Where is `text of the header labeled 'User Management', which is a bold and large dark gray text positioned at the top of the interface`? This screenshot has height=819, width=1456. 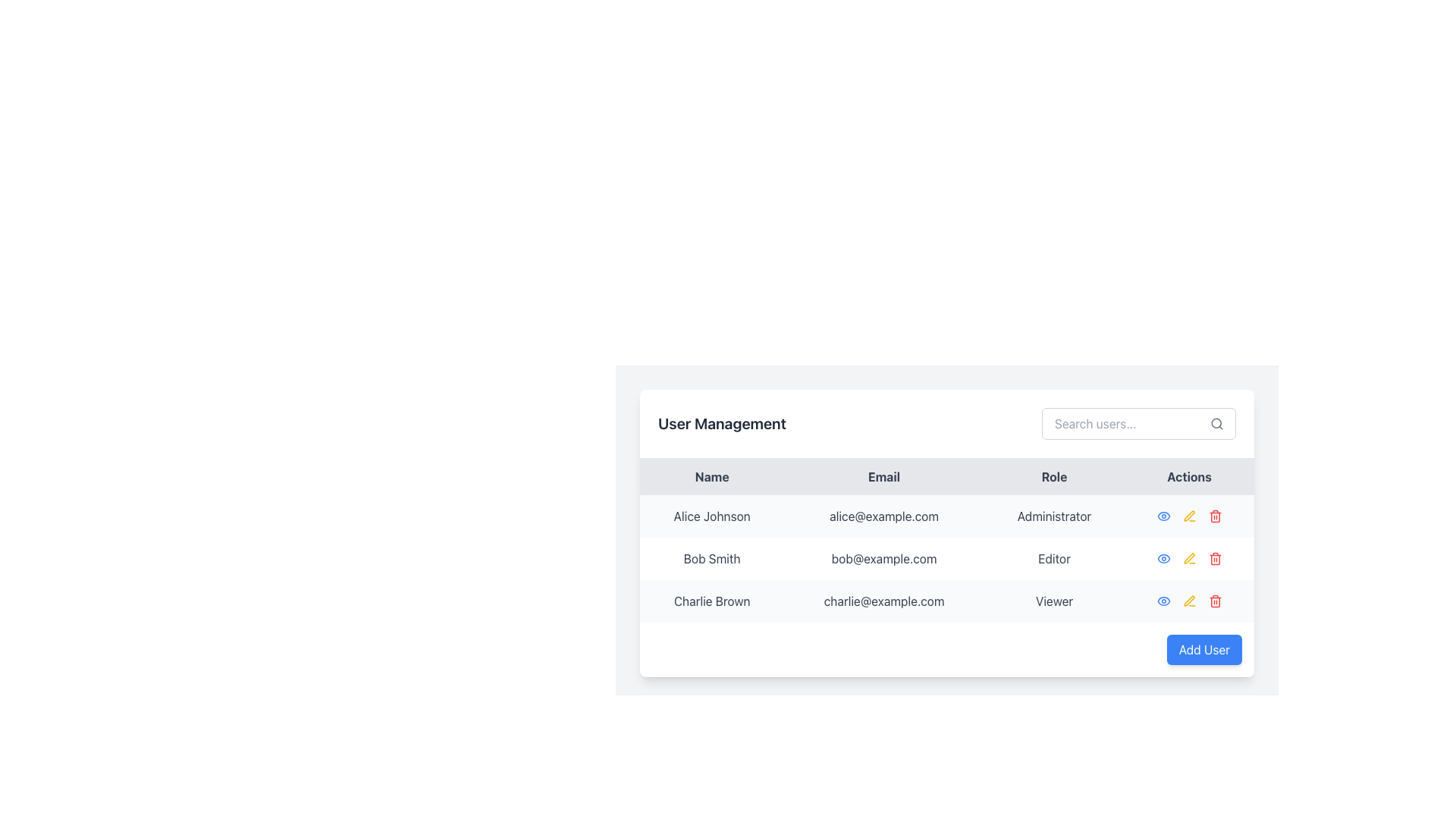
text of the header labeled 'User Management', which is a bold and large dark gray text positioned at the top of the interface is located at coordinates (721, 424).